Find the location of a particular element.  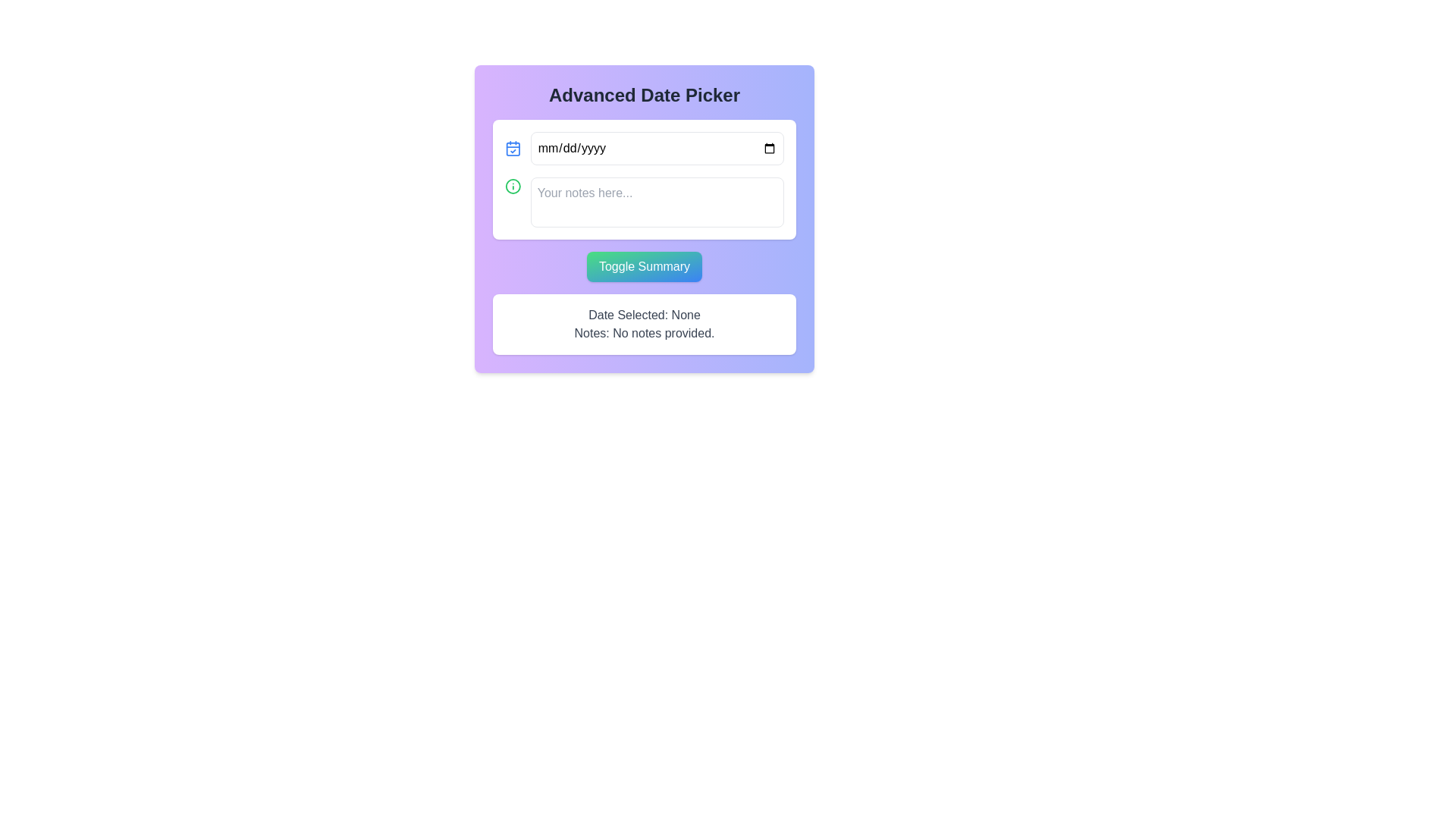

the SVG Circle element, which is part of the icon indicating additional functionality, located to the left of the text input area in the 'Advanced Date Picker' form is located at coordinates (513, 186).